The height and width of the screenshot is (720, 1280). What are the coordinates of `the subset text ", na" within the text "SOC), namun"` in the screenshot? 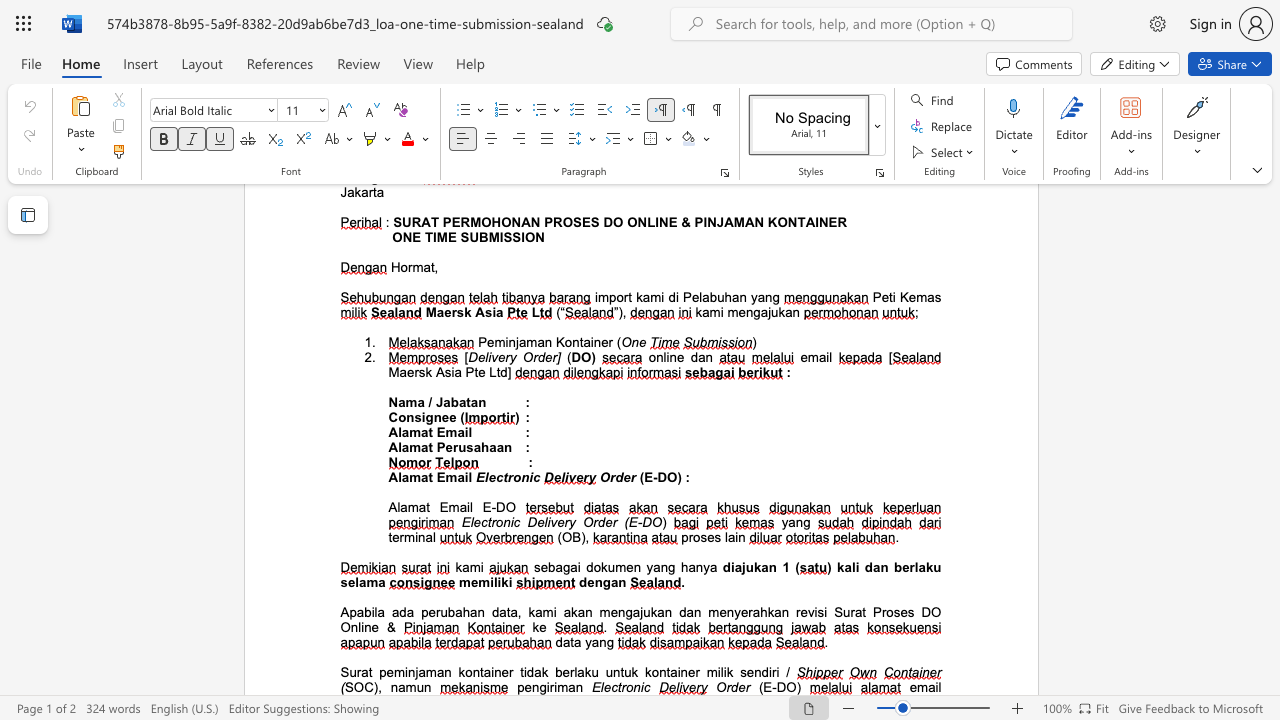 It's located at (378, 686).